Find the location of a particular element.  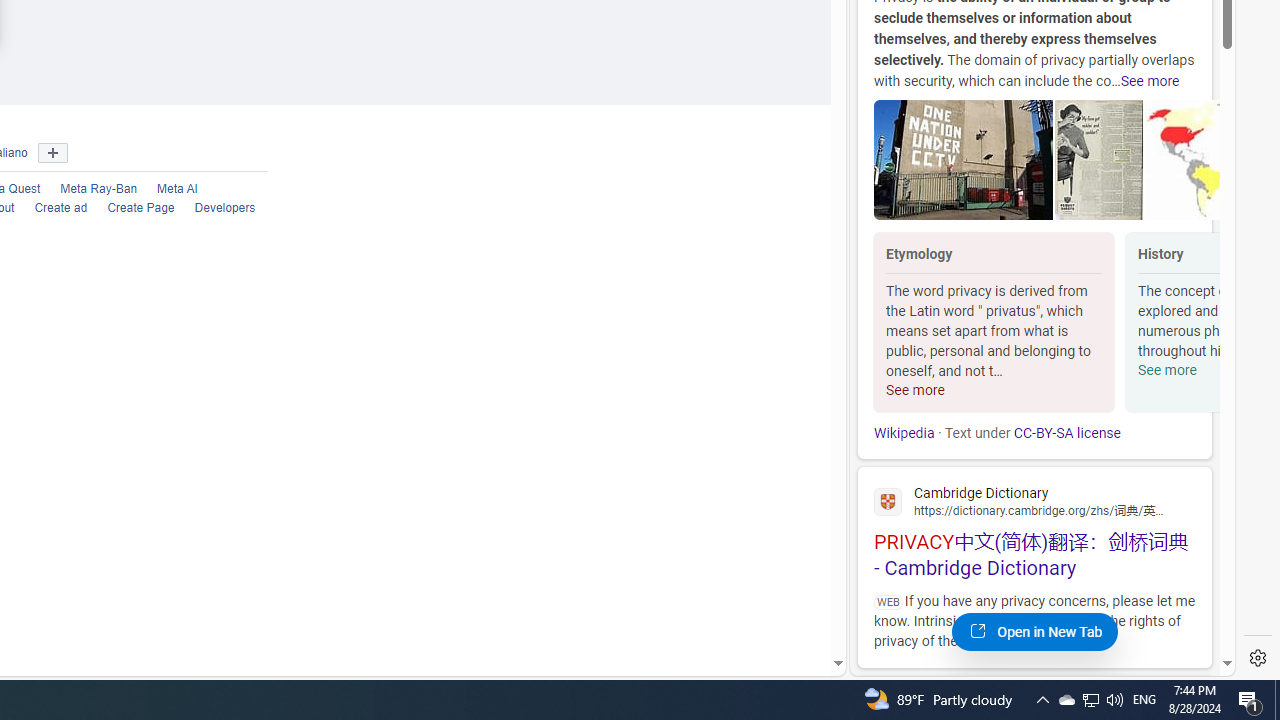

'Show more languages' is located at coordinates (52, 152).